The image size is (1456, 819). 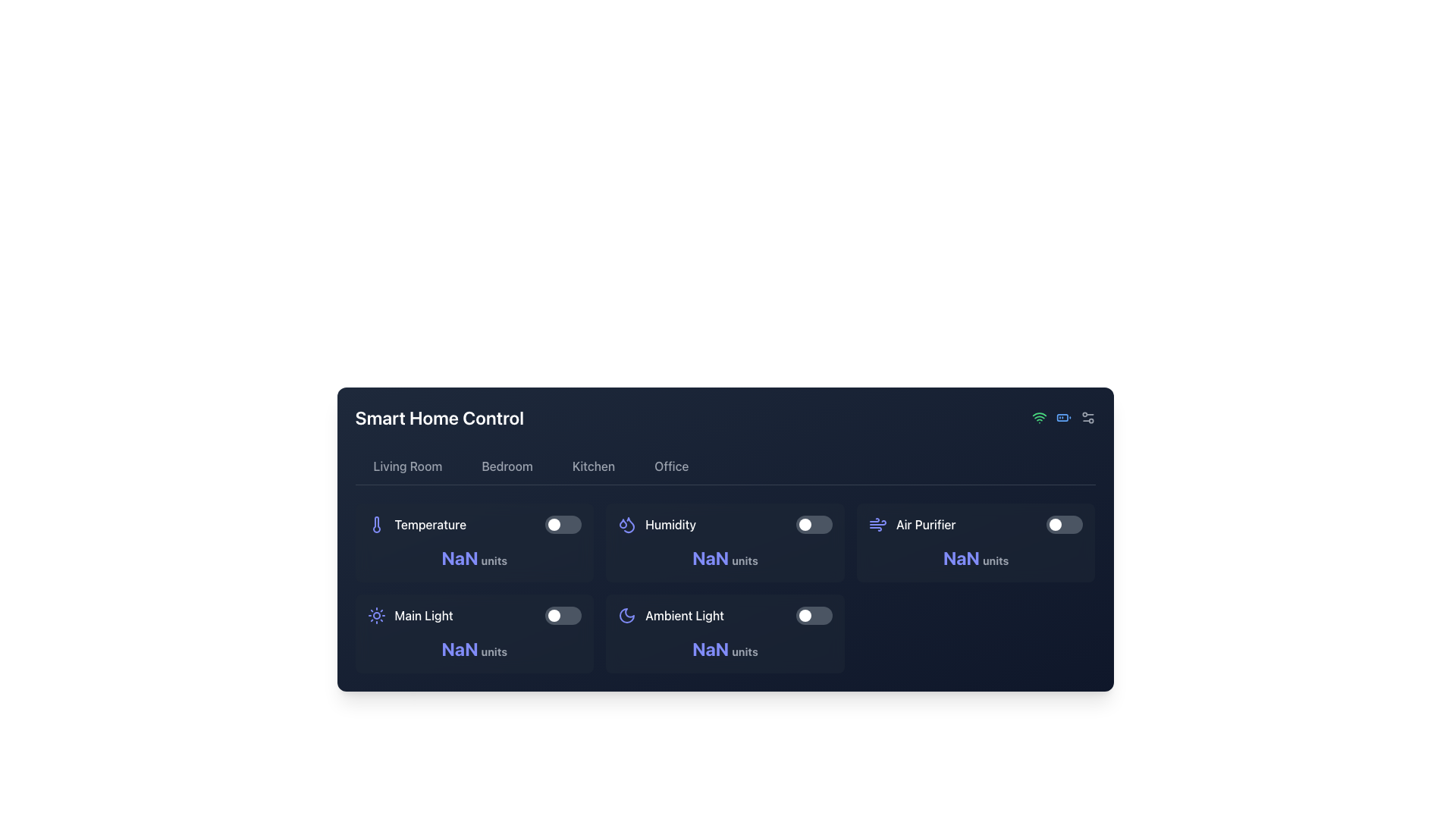 What do you see at coordinates (407, 465) in the screenshot?
I see `the 'Living Room' navigation tab` at bounding box center [407, 465].